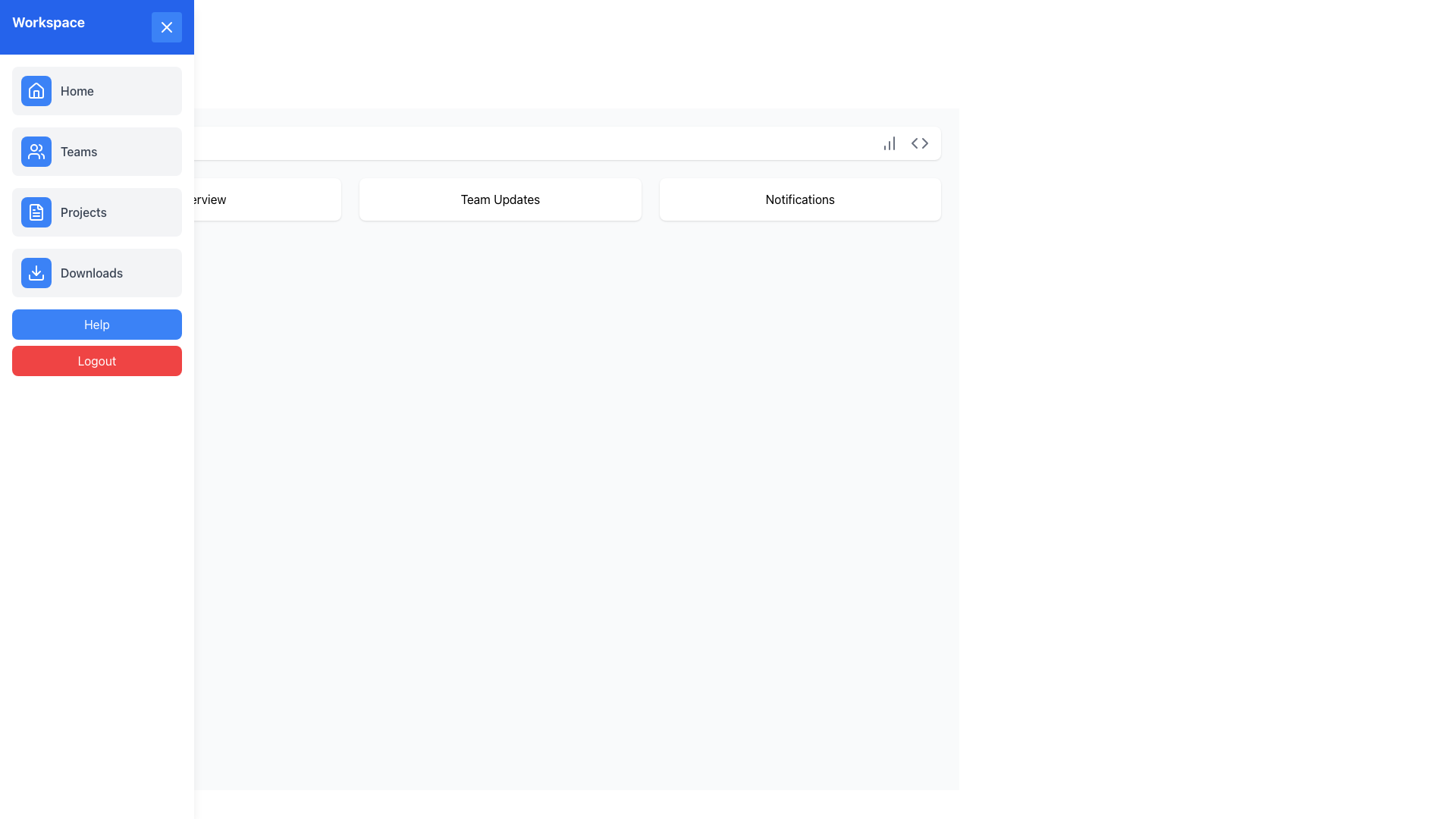 Image resolution: width=1456 pixels, height=819 pixels. I want to click on the blue circular button with a white document icon located to the left of the text 'Projects', so click(36, 212).